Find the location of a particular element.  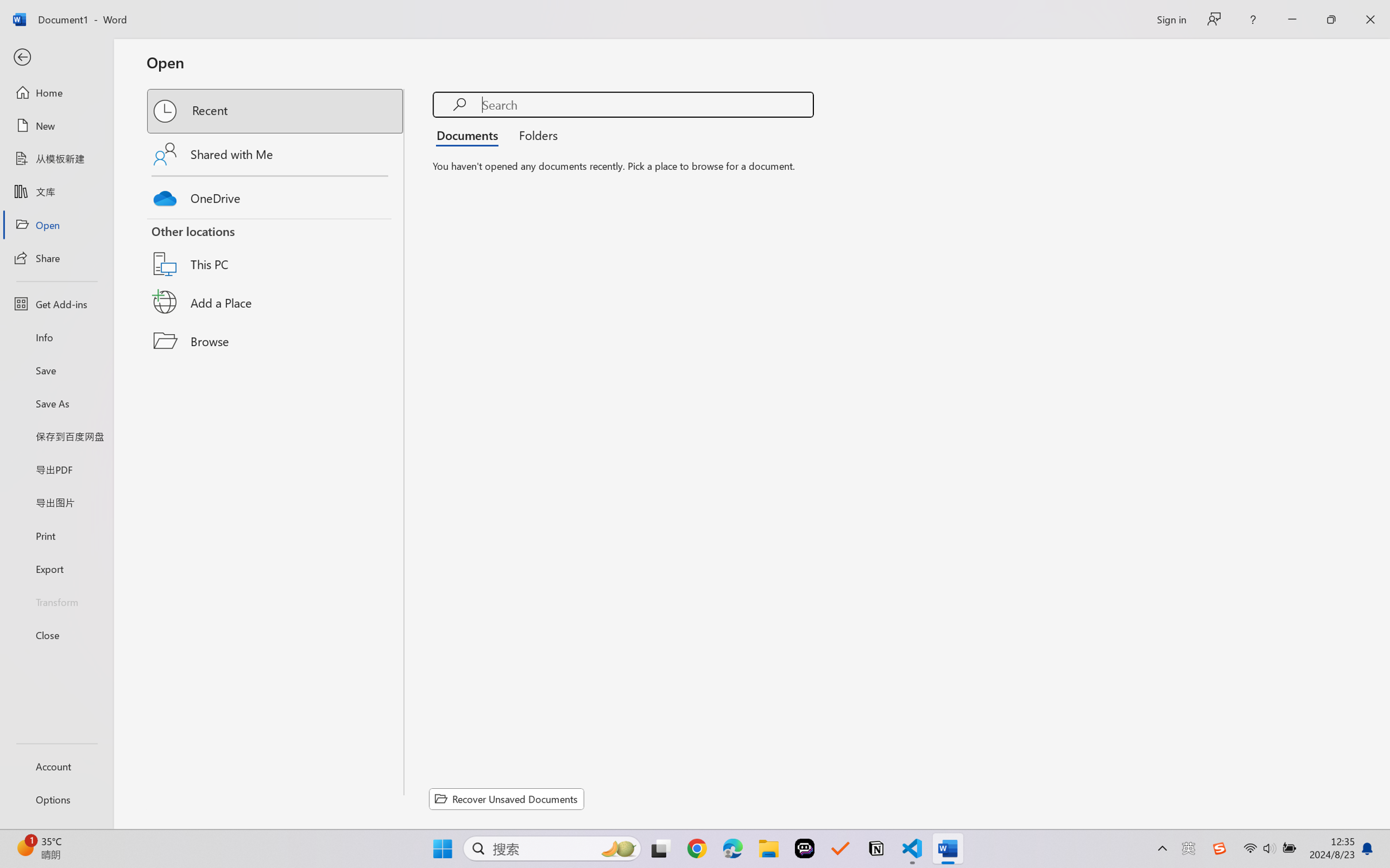

'New' is located at coordinates (56, 125).